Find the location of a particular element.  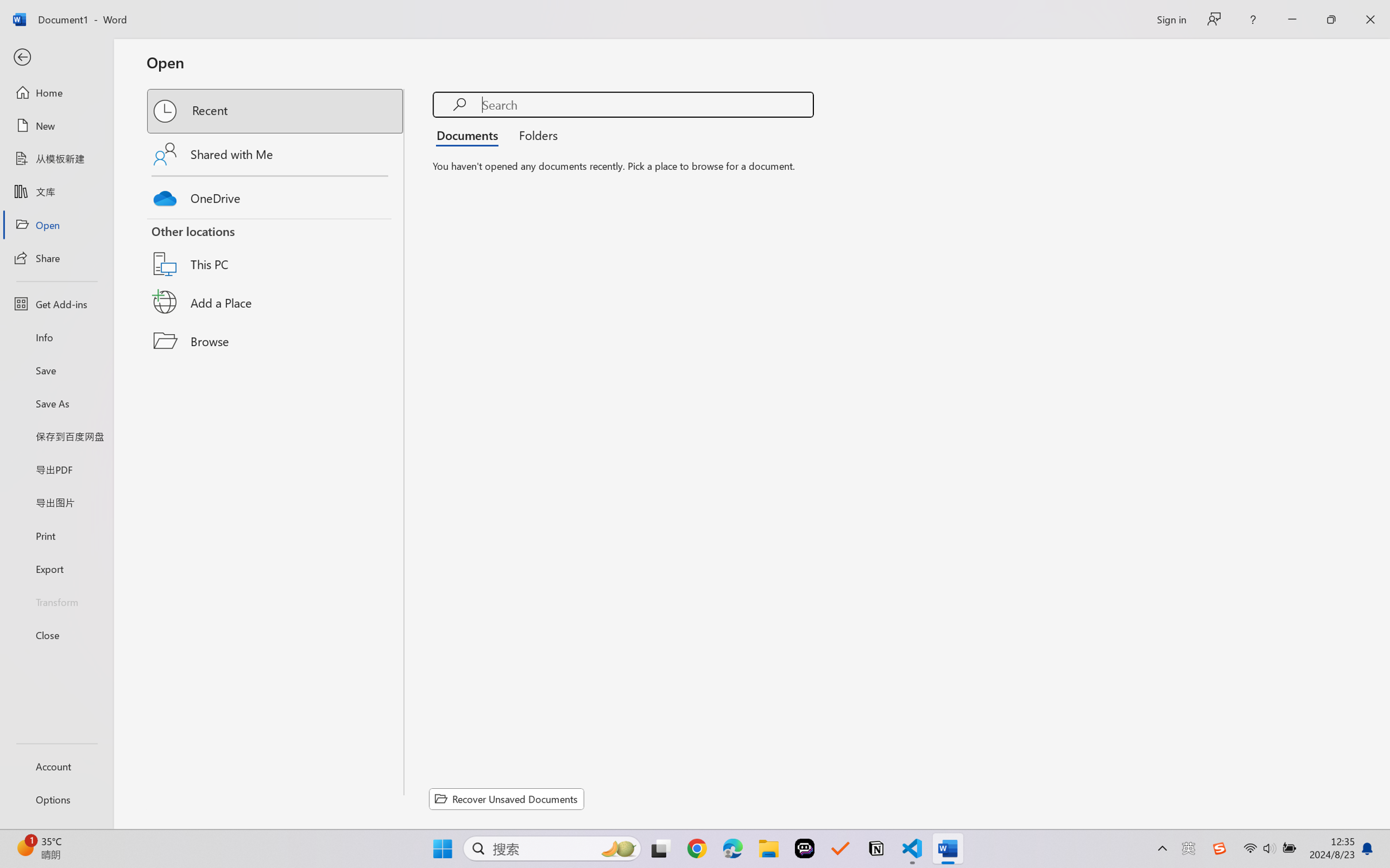

'New' is located at coordinates (56, 125).